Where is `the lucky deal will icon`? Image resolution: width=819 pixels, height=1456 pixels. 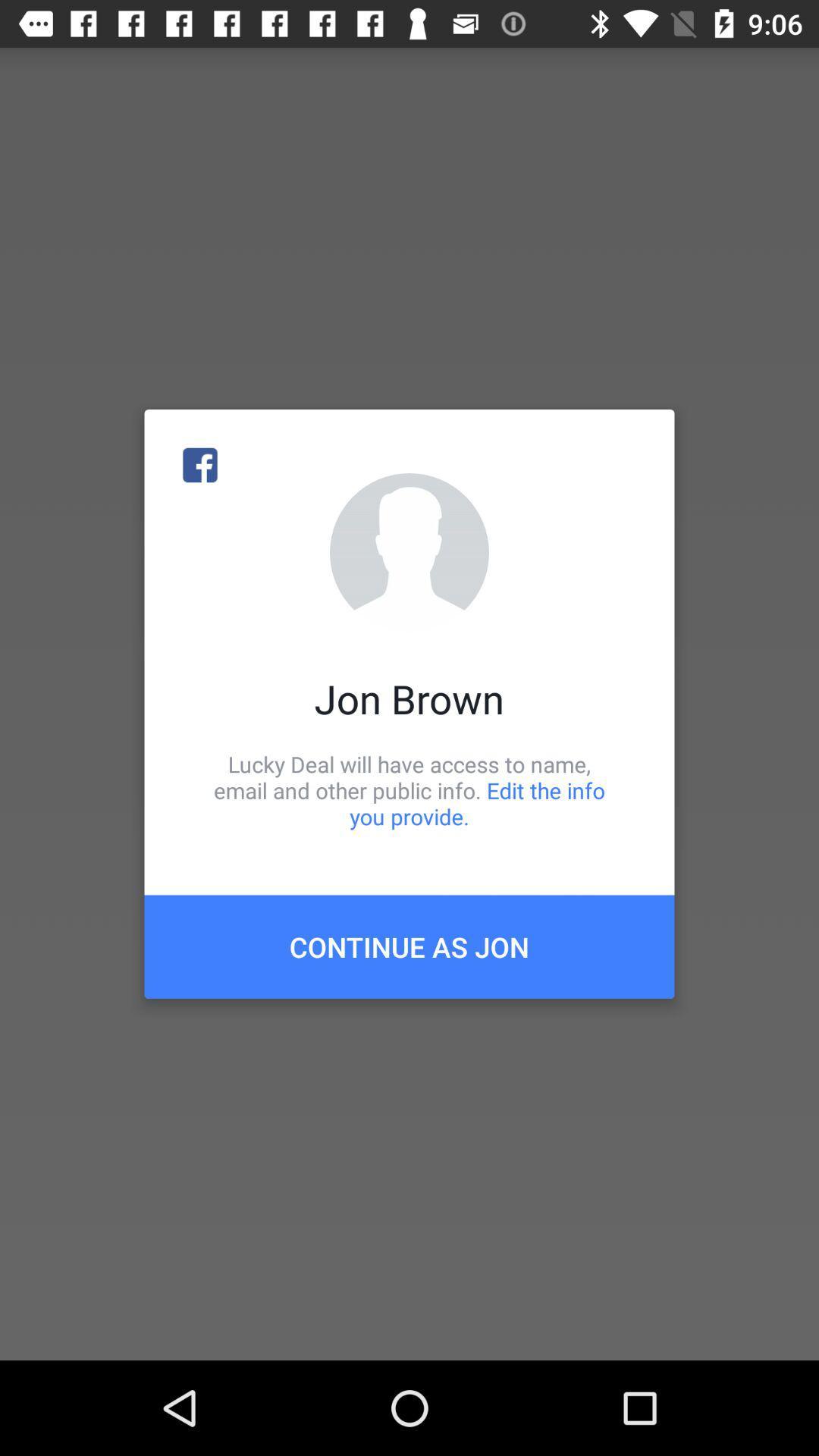 the lucky deal will icon is located at coordinates (409, 789).